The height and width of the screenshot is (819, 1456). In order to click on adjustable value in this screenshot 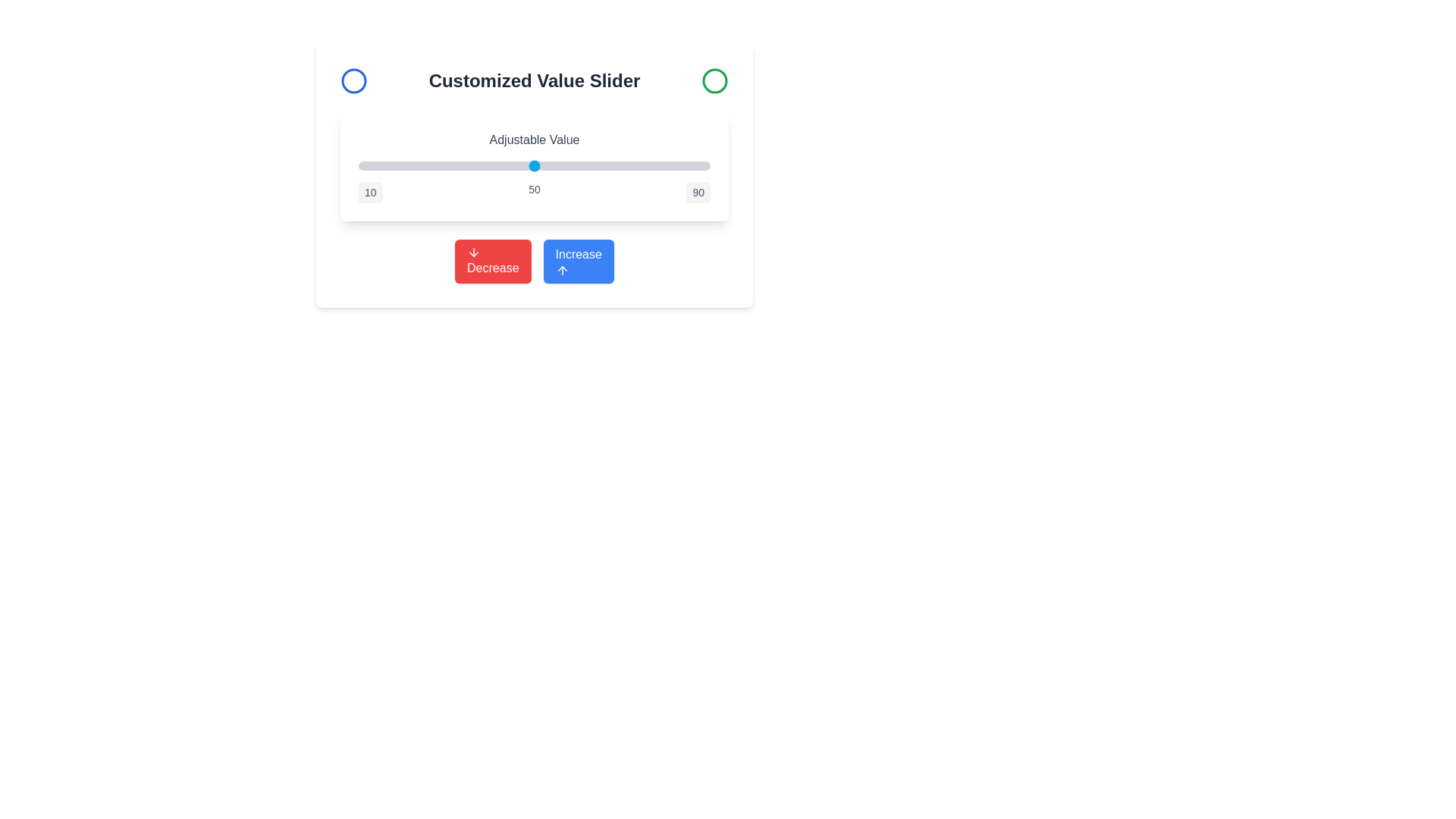, I will do `click(530, 166)`.